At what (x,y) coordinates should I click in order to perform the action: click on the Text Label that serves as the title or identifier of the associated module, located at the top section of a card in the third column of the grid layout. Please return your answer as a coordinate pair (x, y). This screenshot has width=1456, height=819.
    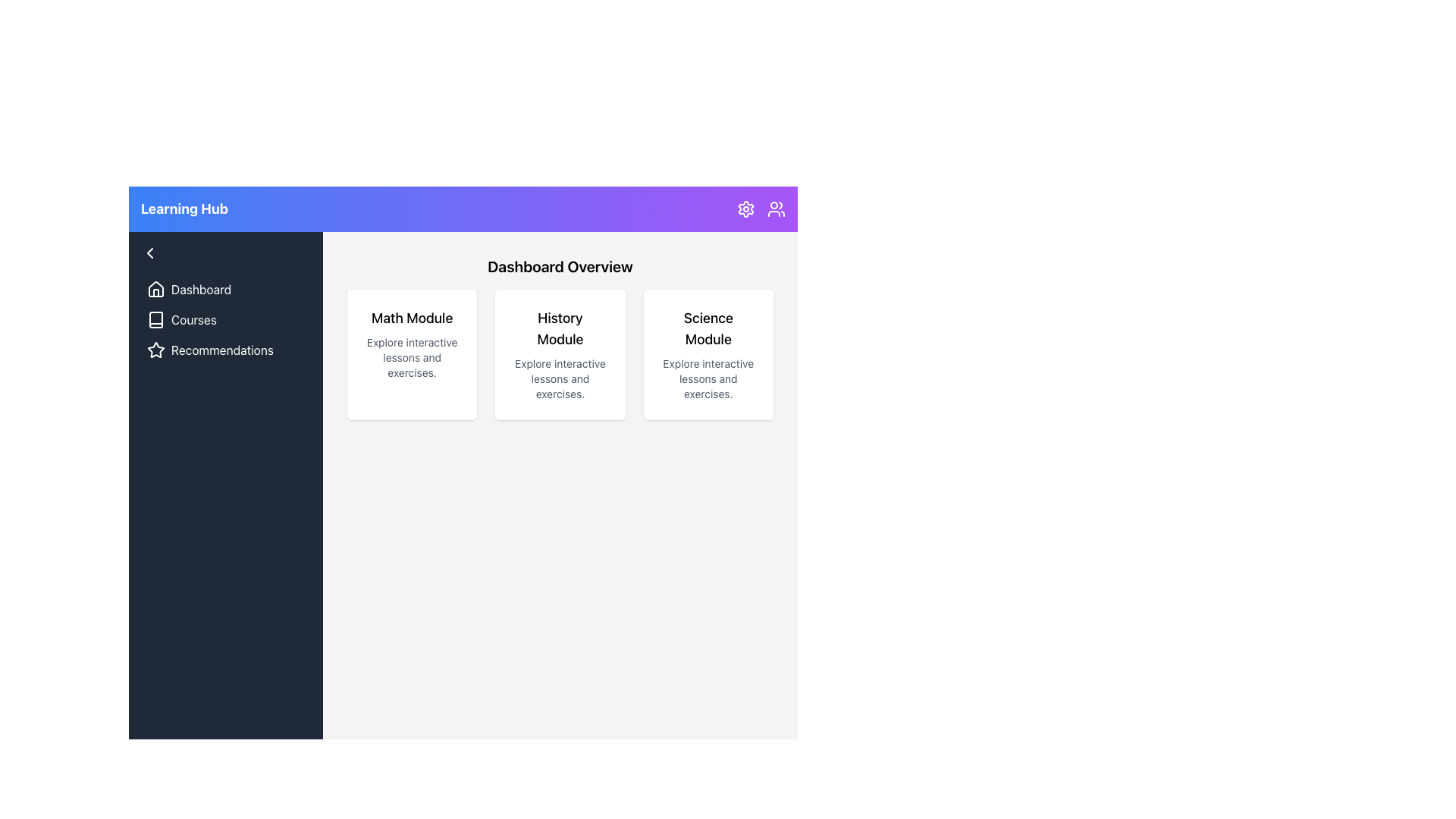
    Looking at the image, I should click on (708, 328).